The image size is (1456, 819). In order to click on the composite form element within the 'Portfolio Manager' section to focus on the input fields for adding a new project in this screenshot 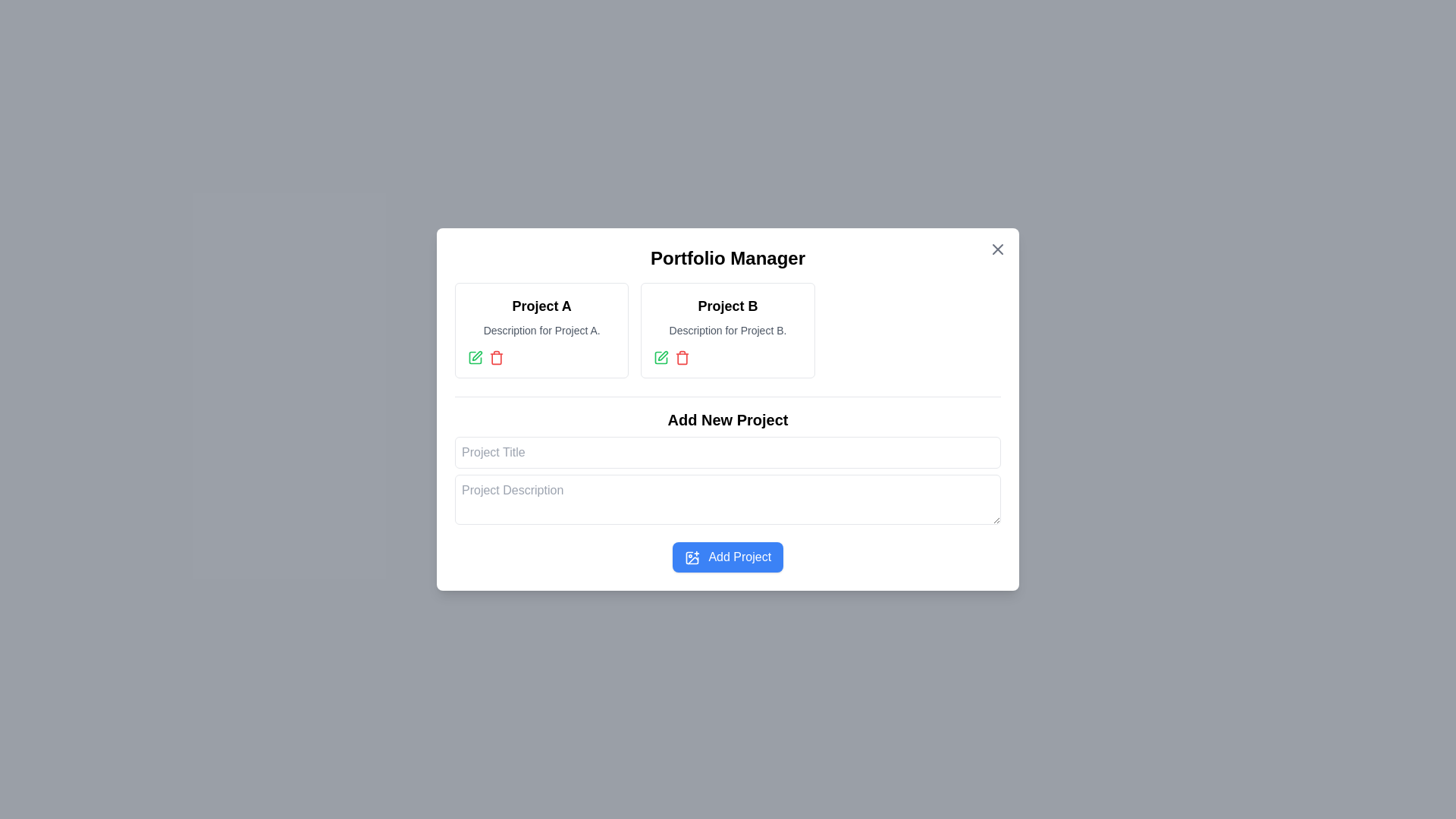, I will do `click(728, 485)`.